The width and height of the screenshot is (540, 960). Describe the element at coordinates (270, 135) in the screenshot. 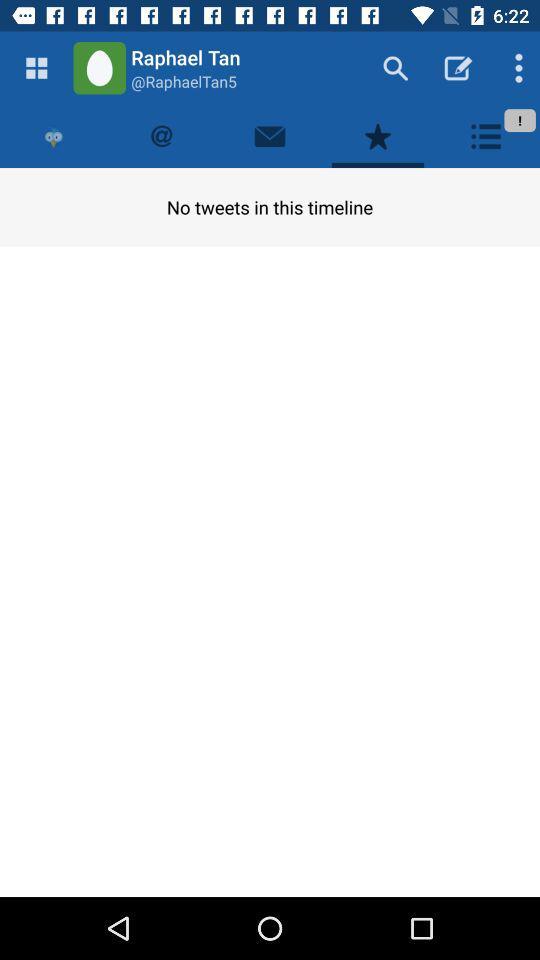

I see `icon above no tweets in` at that location.